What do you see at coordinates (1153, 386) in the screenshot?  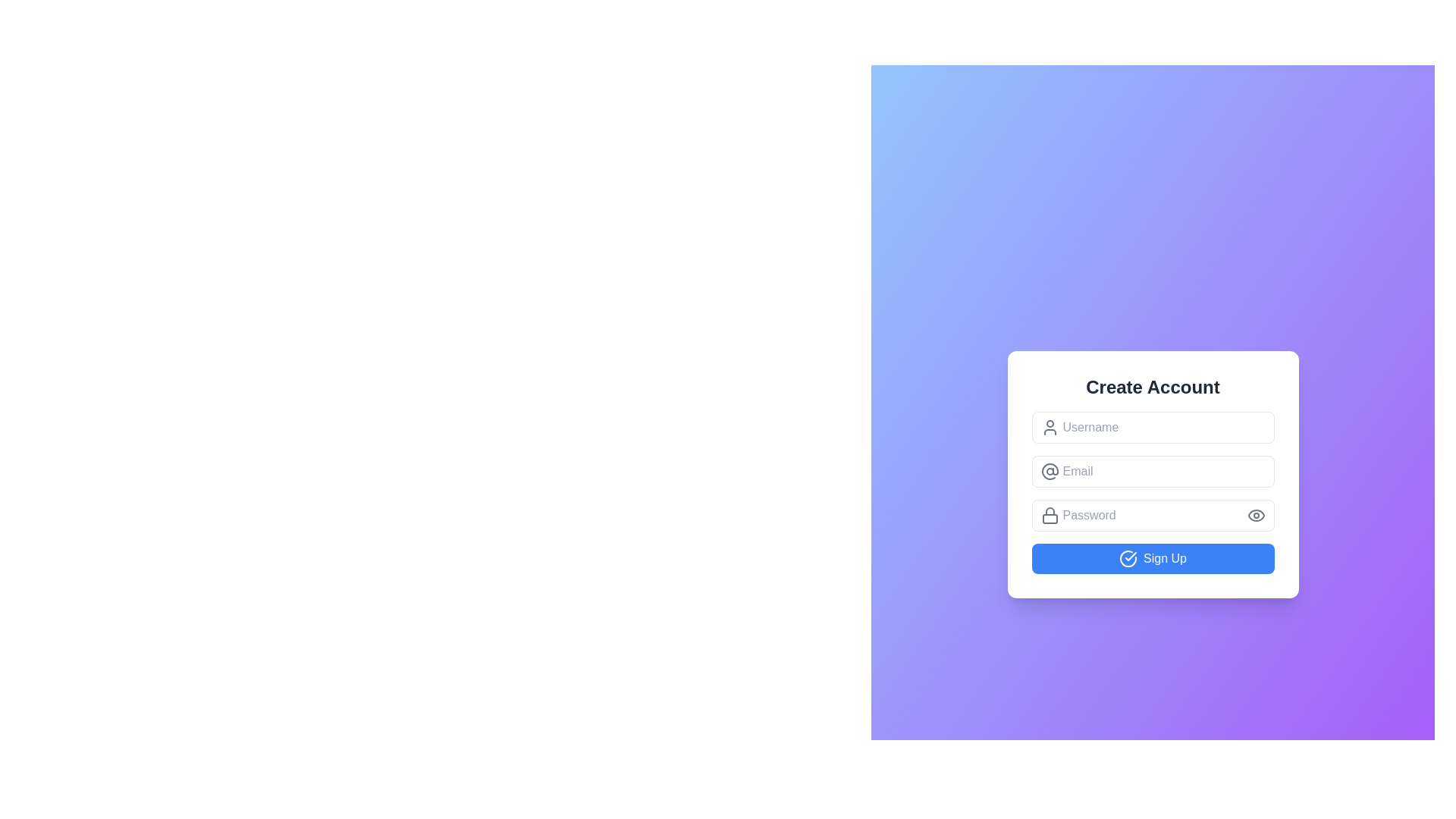 I see `title text that indicates the purpose of the account creation form, located at the top of the interface and centered horizontally` at bounding box center [1153, 386].